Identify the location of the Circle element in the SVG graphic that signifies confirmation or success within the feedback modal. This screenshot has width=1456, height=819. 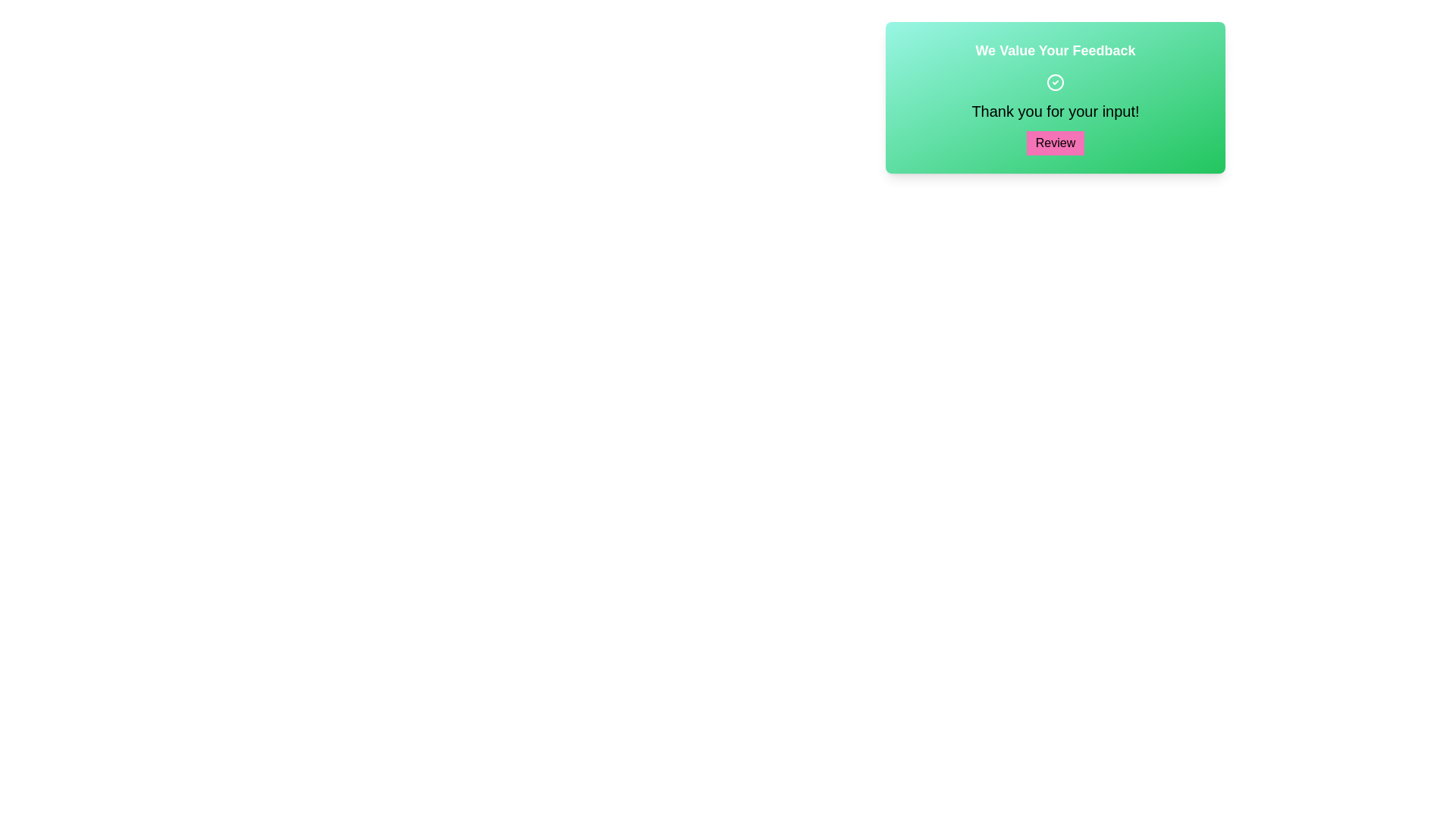
(1055, 82).